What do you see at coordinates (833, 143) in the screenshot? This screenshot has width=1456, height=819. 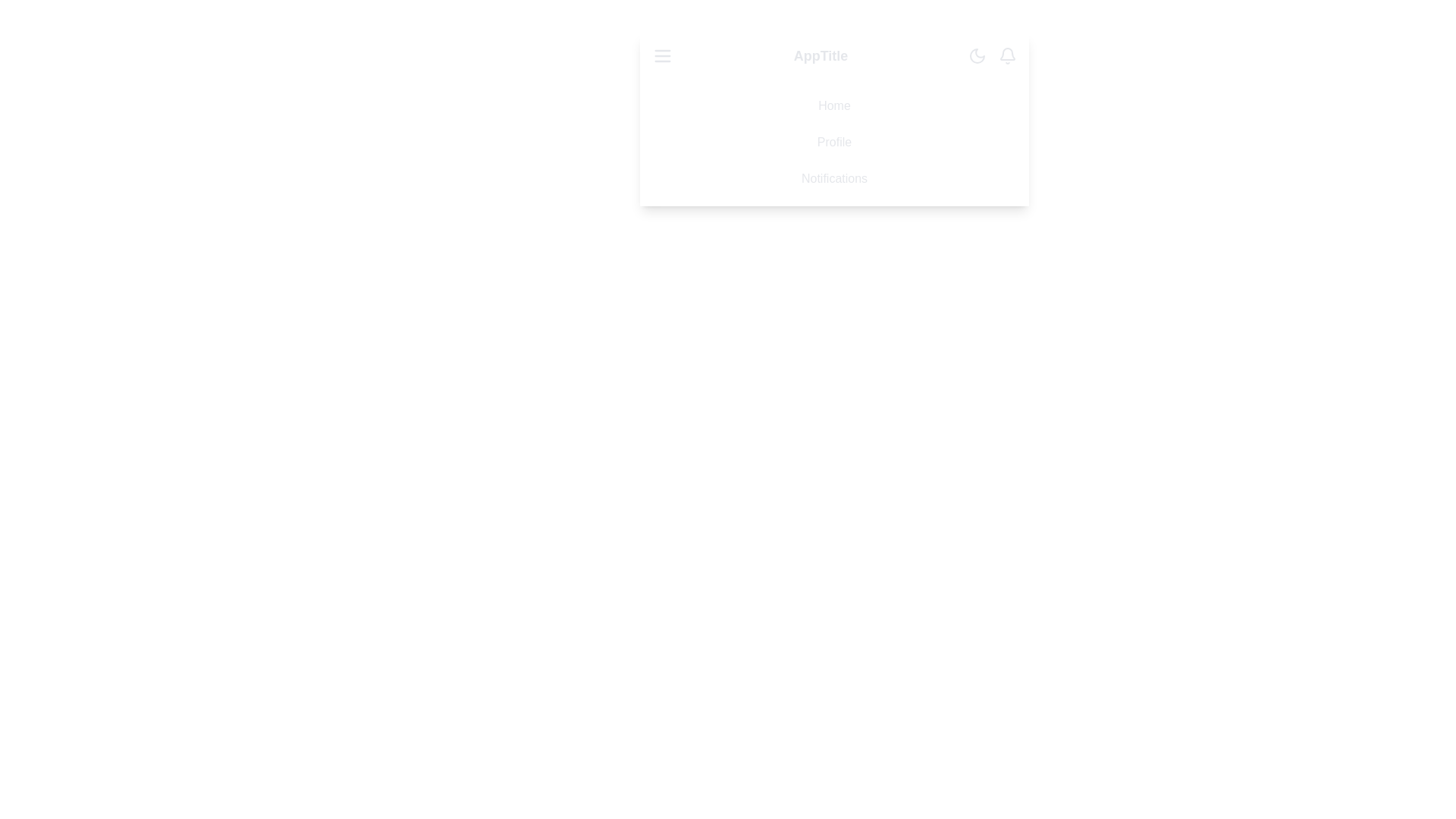 I see `the menu item Profile from the list` at bounding box center [833, 143].